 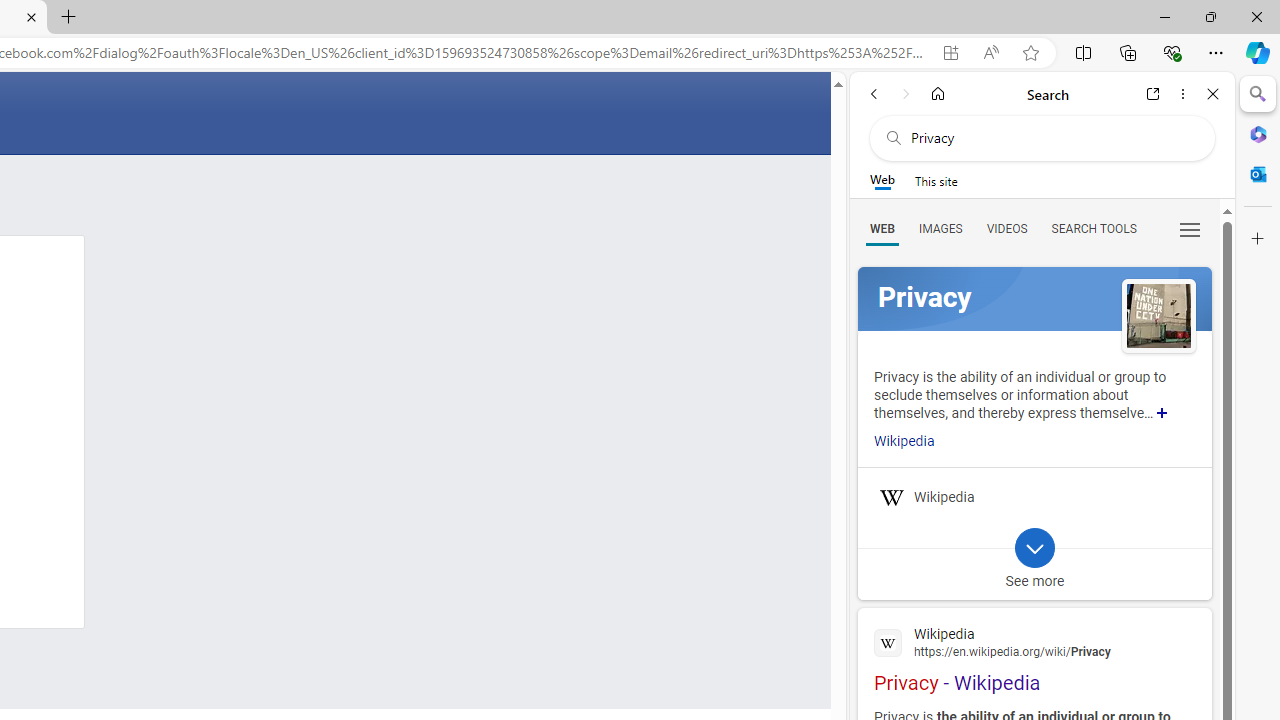 I want to click on 'App available. Install Facebook', so click(x=950, y=52).